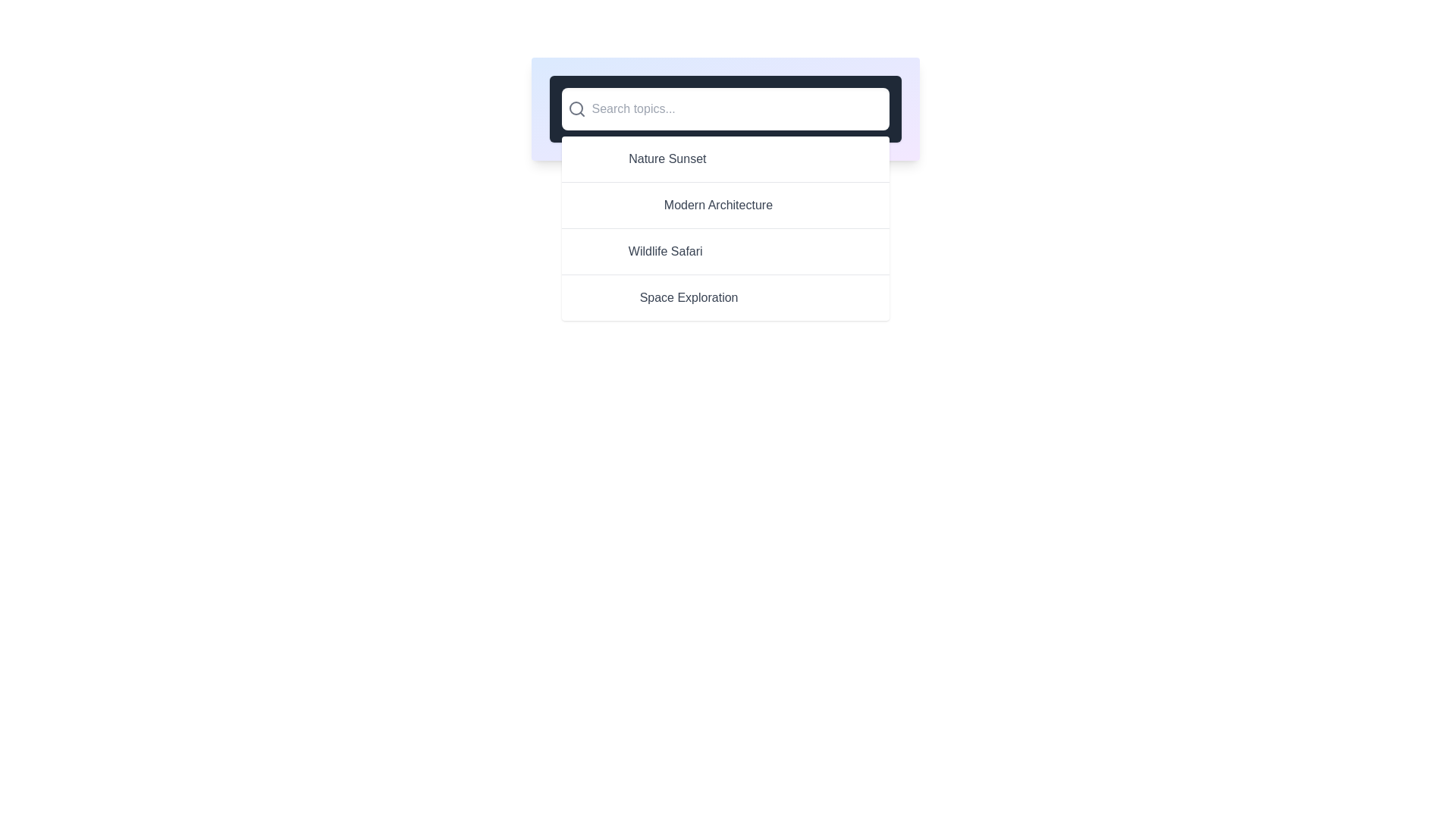 This screenshot has height=819, width=1456. Describe the element at coordinates (688, 298) in the screenshot. I see `text of the label displaying 'Space Exploration', which is the fourth item in the dropdown list below the search bar, aligned to the right of an emoji` at that location.